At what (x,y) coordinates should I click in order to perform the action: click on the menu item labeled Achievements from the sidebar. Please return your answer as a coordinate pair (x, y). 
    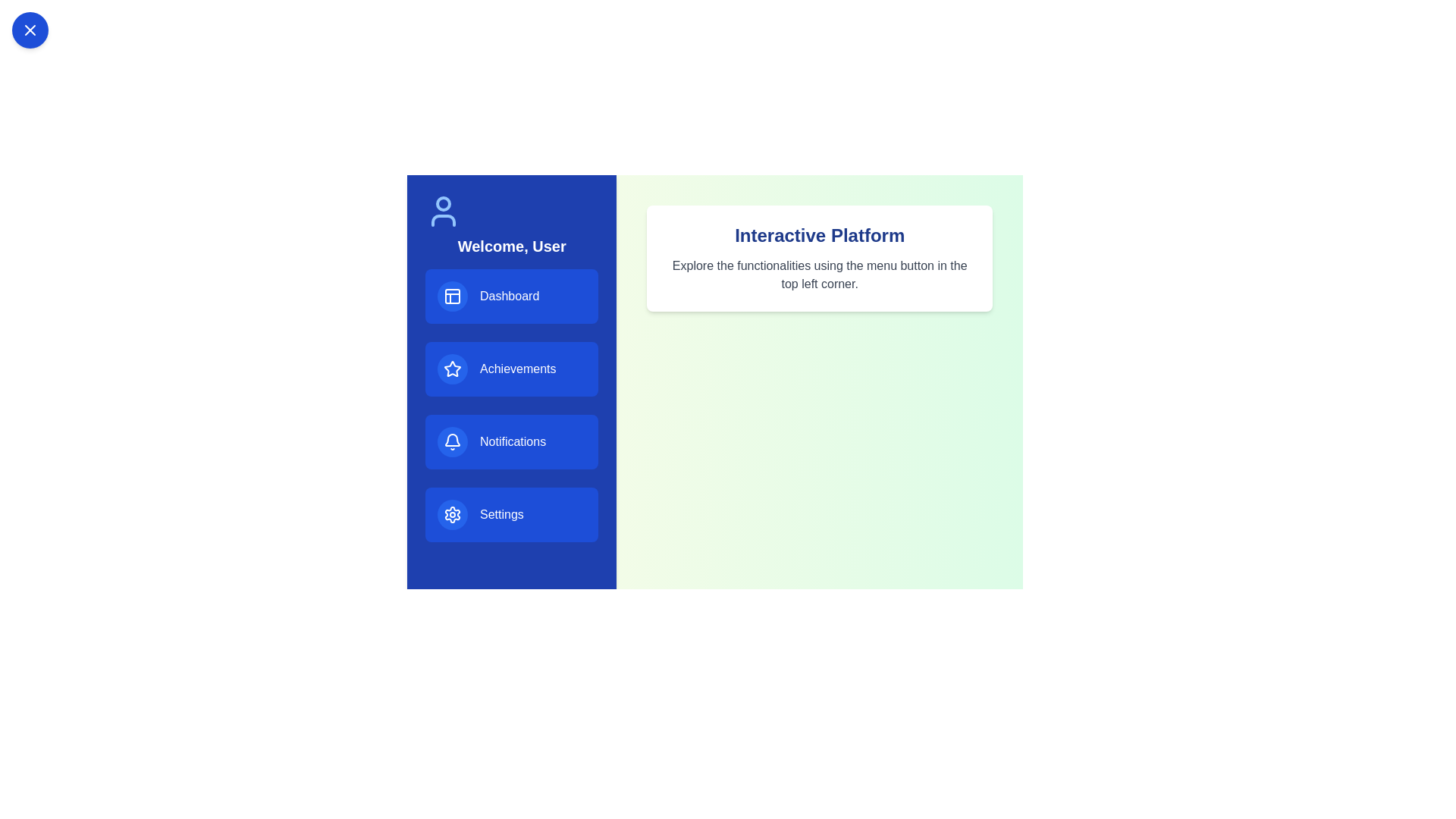
    Looking at the image, I should click on (512, 369).